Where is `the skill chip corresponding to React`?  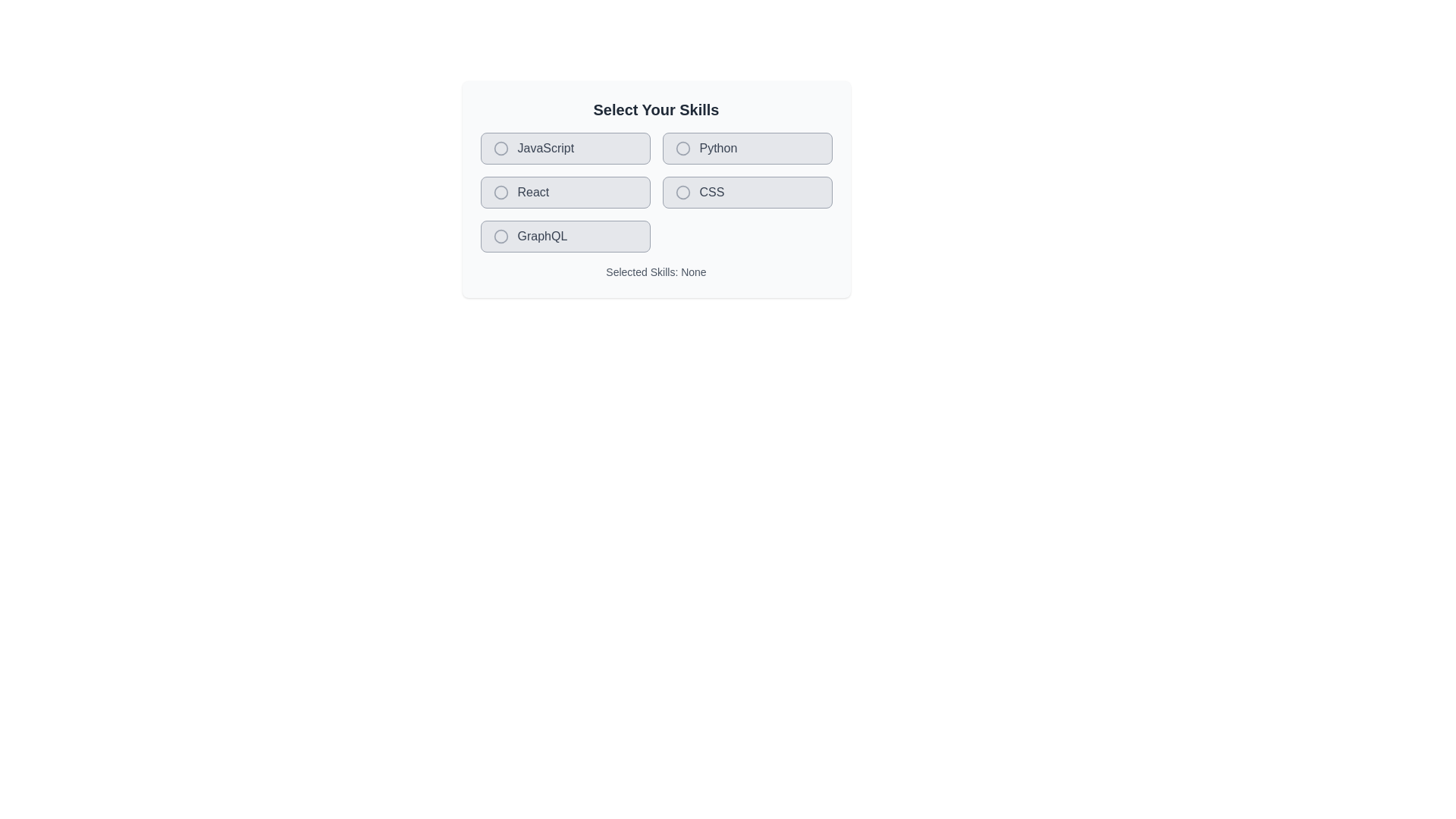
the skill chip corresponding to React is located at coordinates (564, 192).